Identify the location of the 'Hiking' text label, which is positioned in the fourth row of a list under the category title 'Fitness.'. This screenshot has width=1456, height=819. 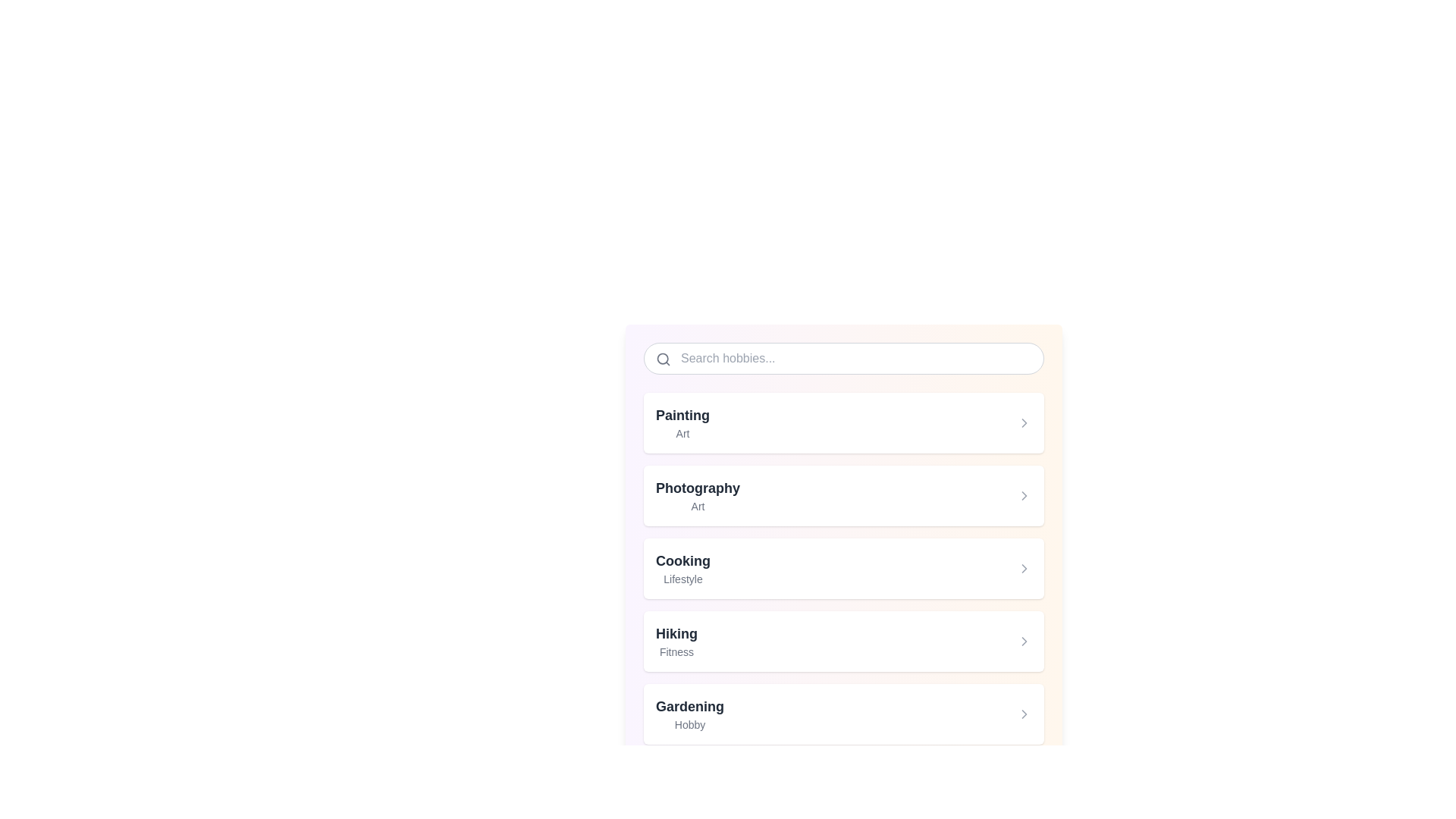
(676, 634).